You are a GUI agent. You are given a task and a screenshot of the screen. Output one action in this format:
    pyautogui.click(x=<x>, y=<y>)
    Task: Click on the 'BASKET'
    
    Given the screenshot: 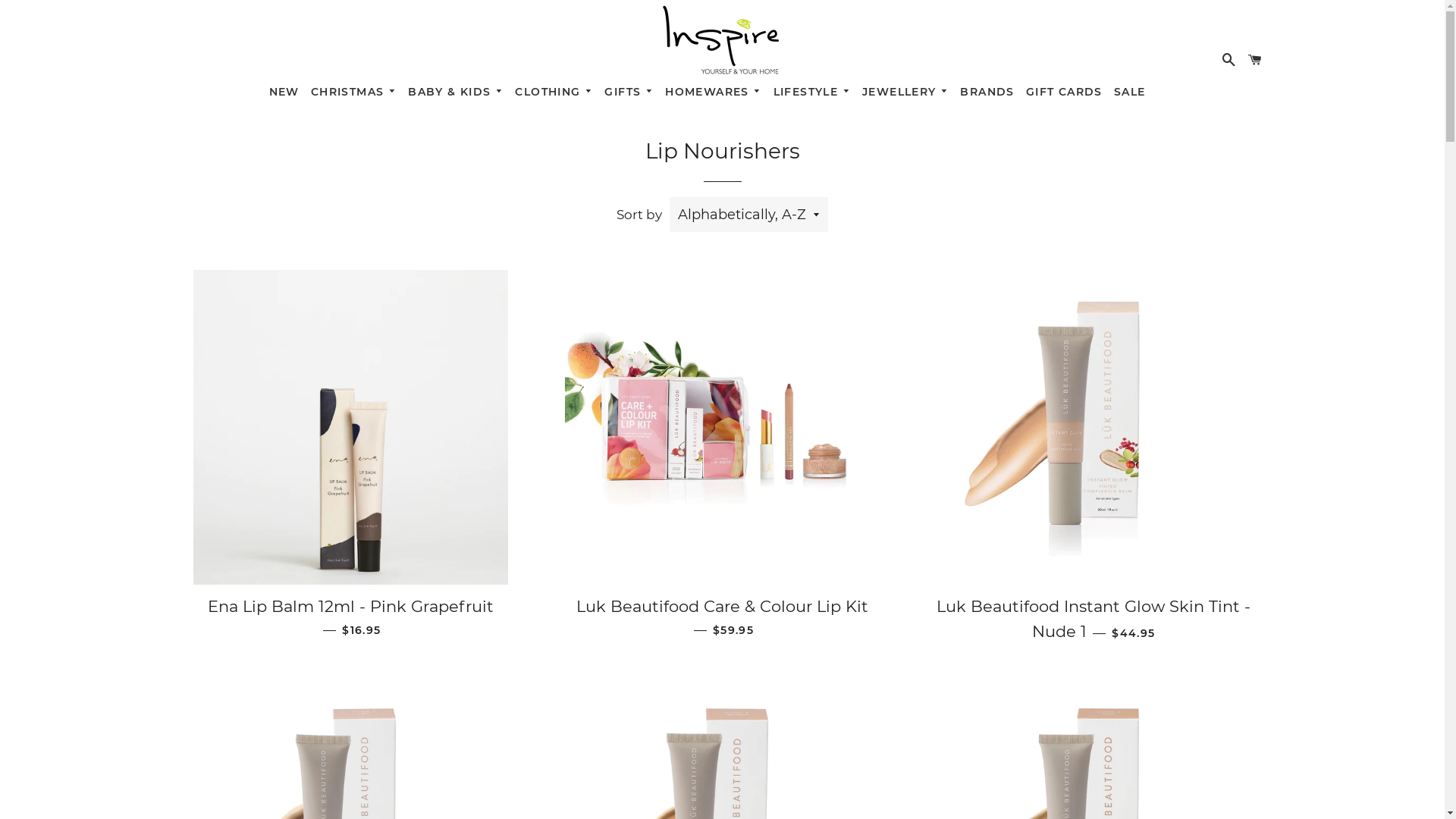 What is the action you would take?
    pyautogui.click(x=1255, y=57)
    